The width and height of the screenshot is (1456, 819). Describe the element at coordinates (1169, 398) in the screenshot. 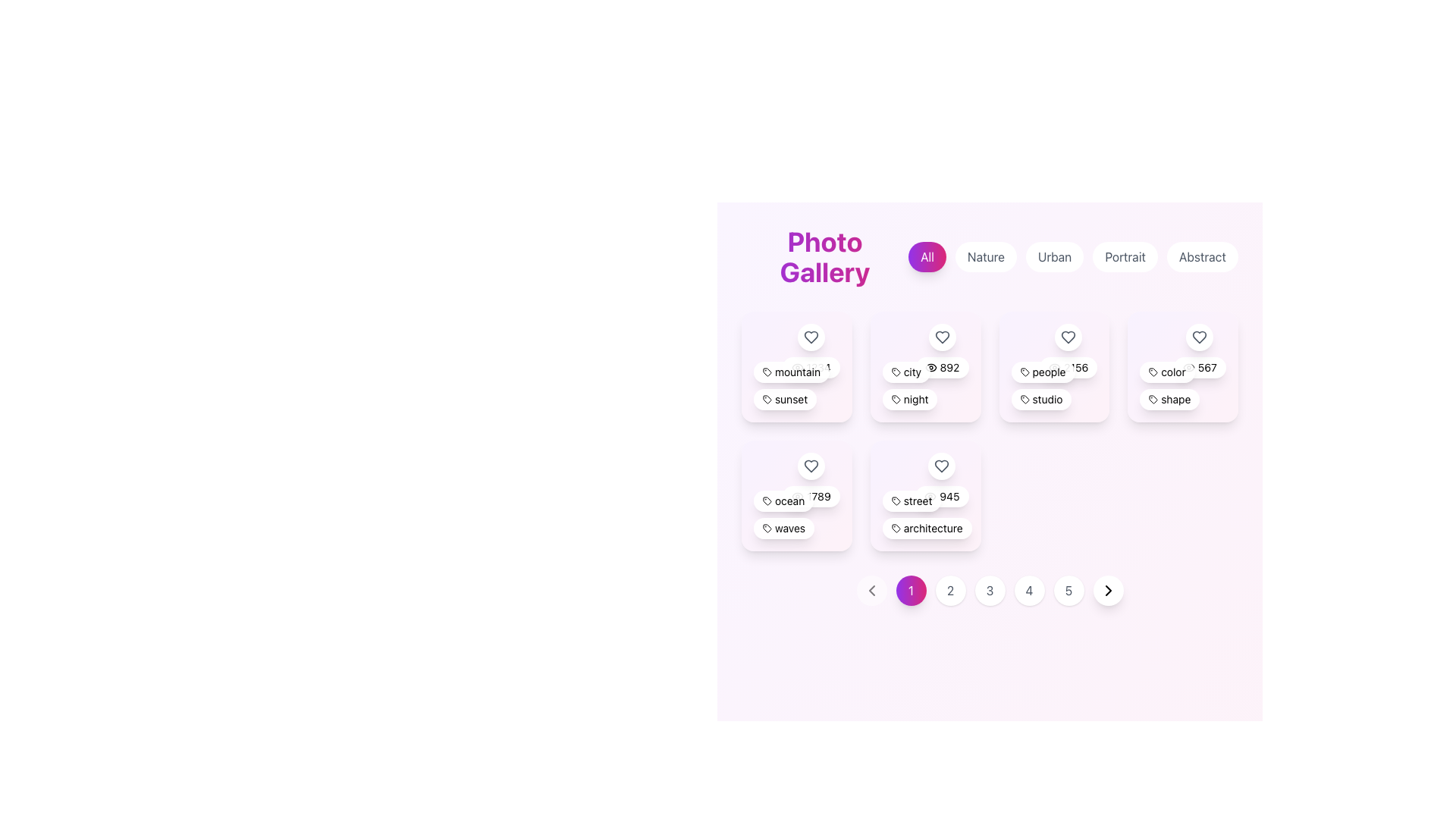

I see `information from the lower badge labeled 'shape', which is a compact, horizontal pill-shaped badge with a white background and a tag icon` at that location.